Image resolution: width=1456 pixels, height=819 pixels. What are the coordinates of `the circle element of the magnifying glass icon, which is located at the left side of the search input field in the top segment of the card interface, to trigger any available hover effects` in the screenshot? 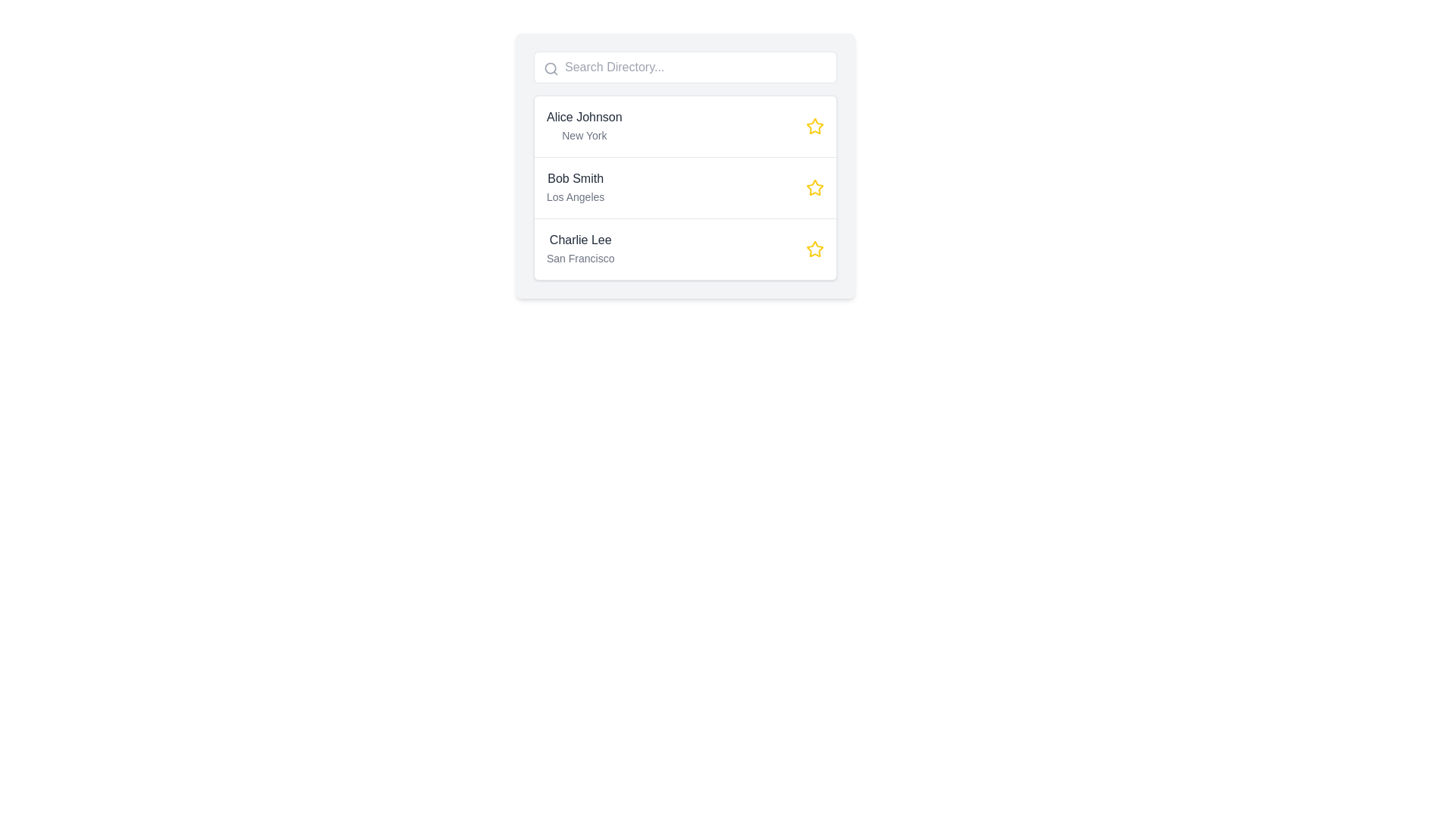 It's located at (550, 68).